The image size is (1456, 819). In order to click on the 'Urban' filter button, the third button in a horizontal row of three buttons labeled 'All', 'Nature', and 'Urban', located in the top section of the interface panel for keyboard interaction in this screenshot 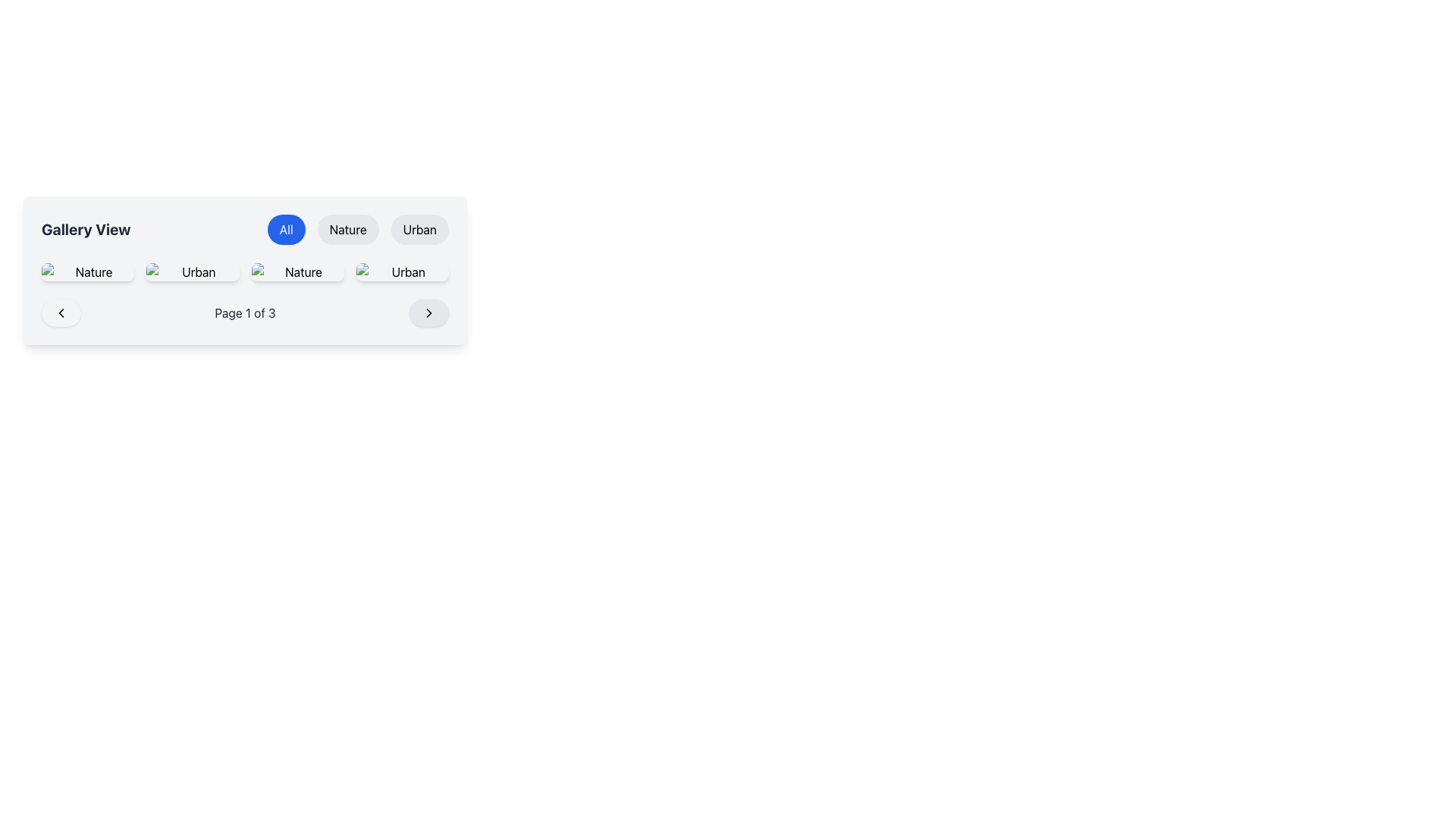, I will do `click(419, 230)`.